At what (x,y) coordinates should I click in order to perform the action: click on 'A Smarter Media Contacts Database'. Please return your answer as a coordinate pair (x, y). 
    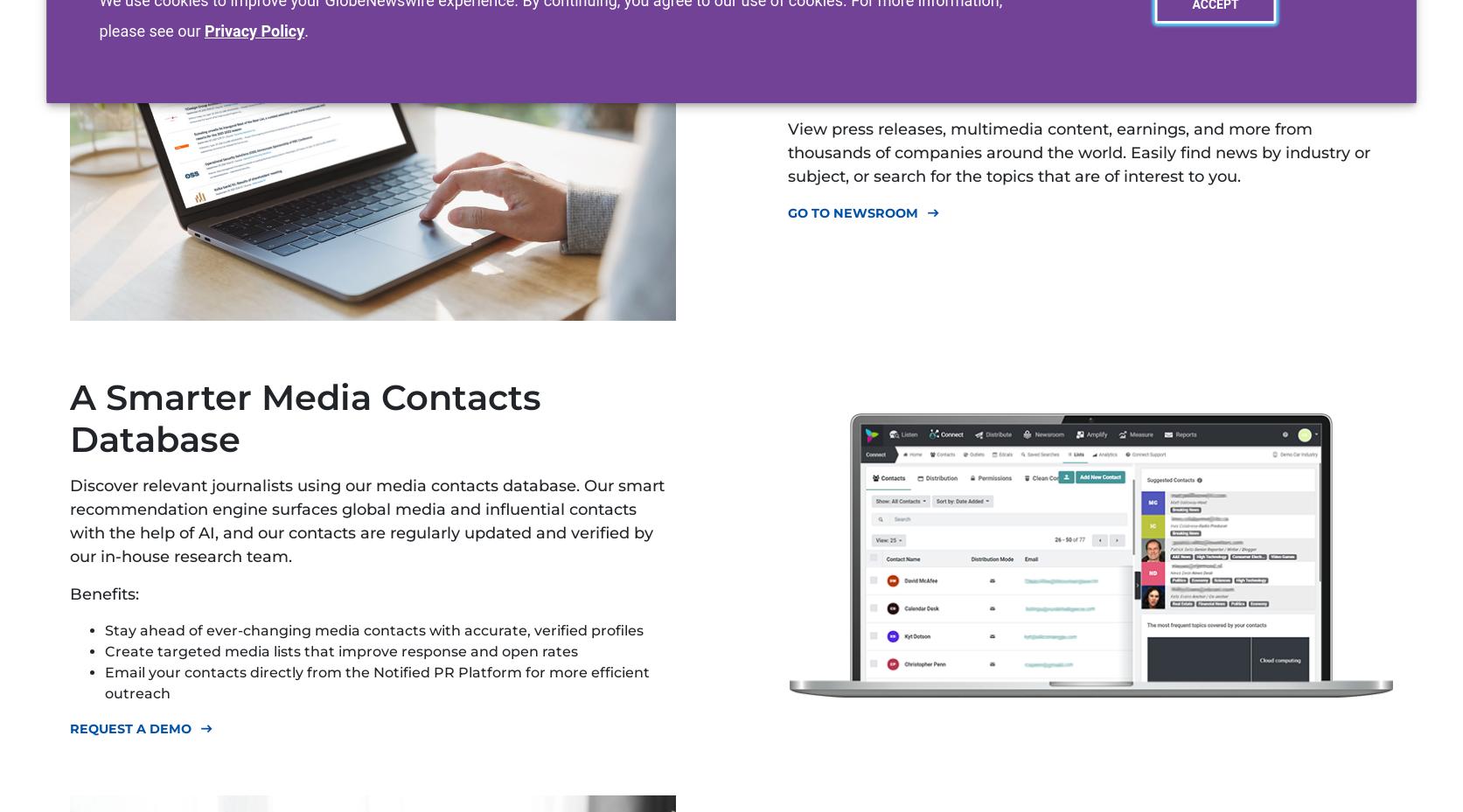
    Looking at the image, I should click on (305, 418).